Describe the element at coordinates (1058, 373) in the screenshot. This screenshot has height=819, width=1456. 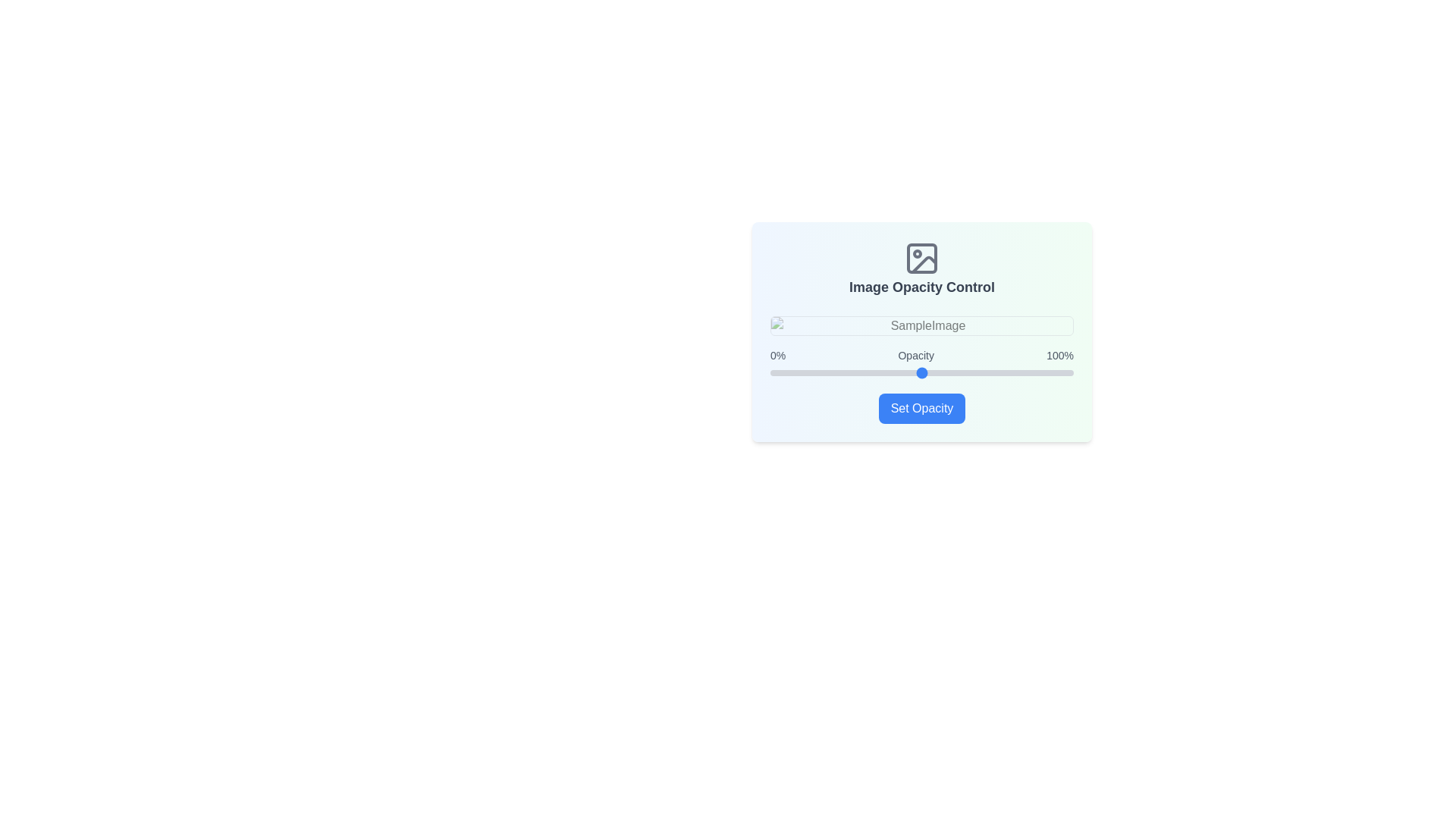
I see `the opacity slider to set the opacity to 95%` at that location.